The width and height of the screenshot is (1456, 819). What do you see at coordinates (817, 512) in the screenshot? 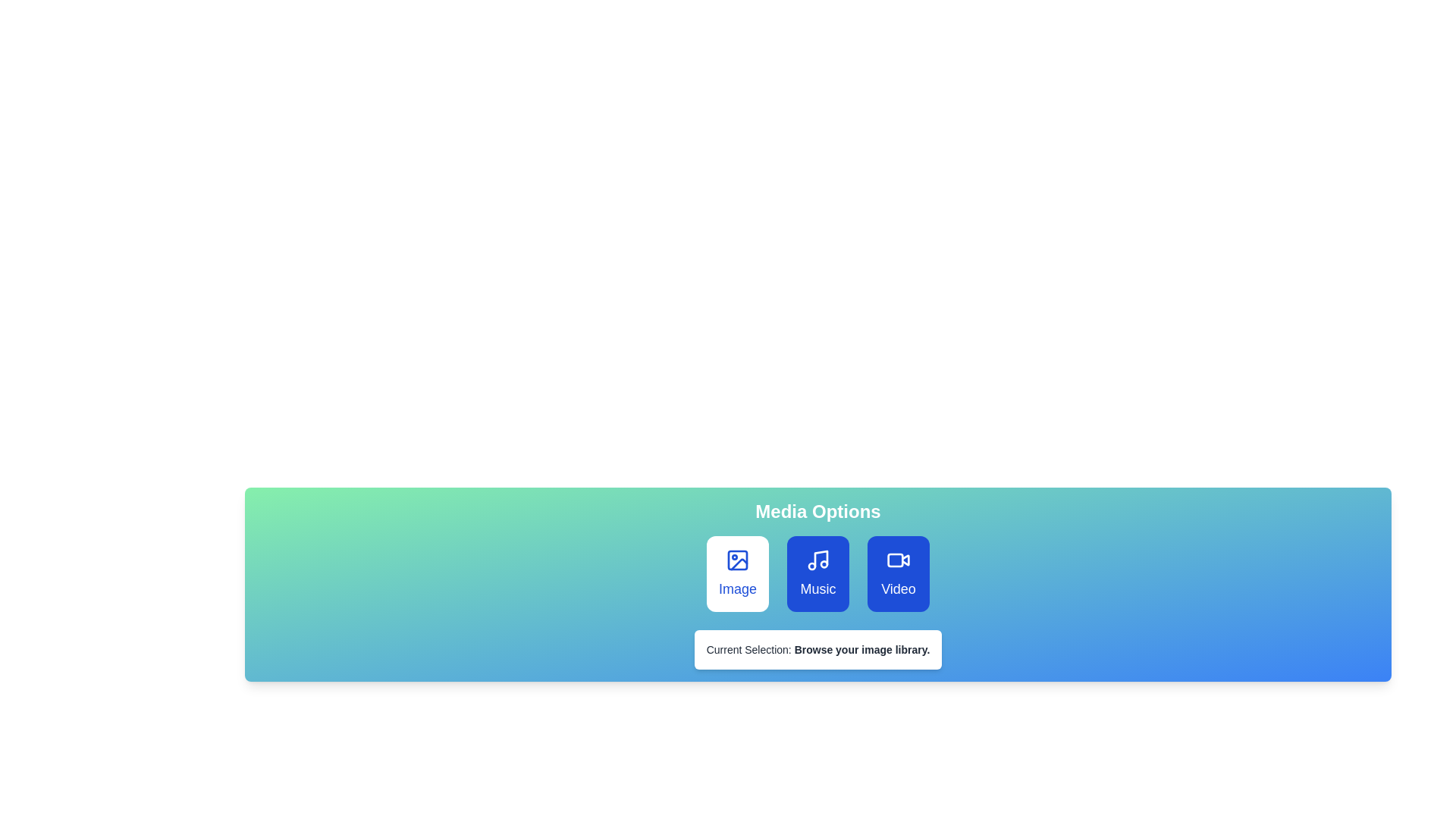
I see `the text header displaying 'Media Options'` at bounding box center [817, 512].